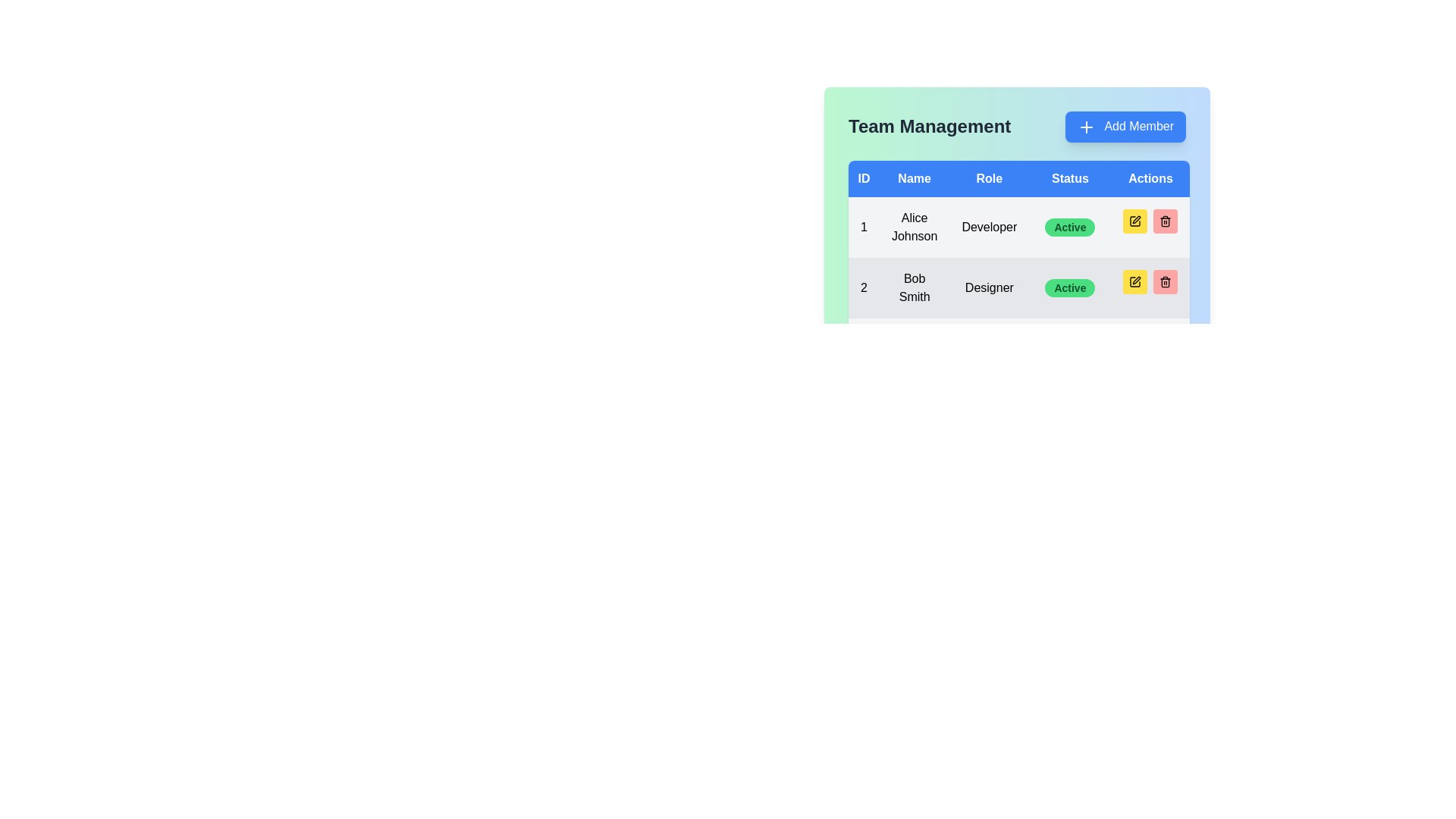 This screenshot has height=819, width=1456. I want to click on the elements contained within the 'Team Management' table, which includes member details and action buttons, so click(1017, 244).